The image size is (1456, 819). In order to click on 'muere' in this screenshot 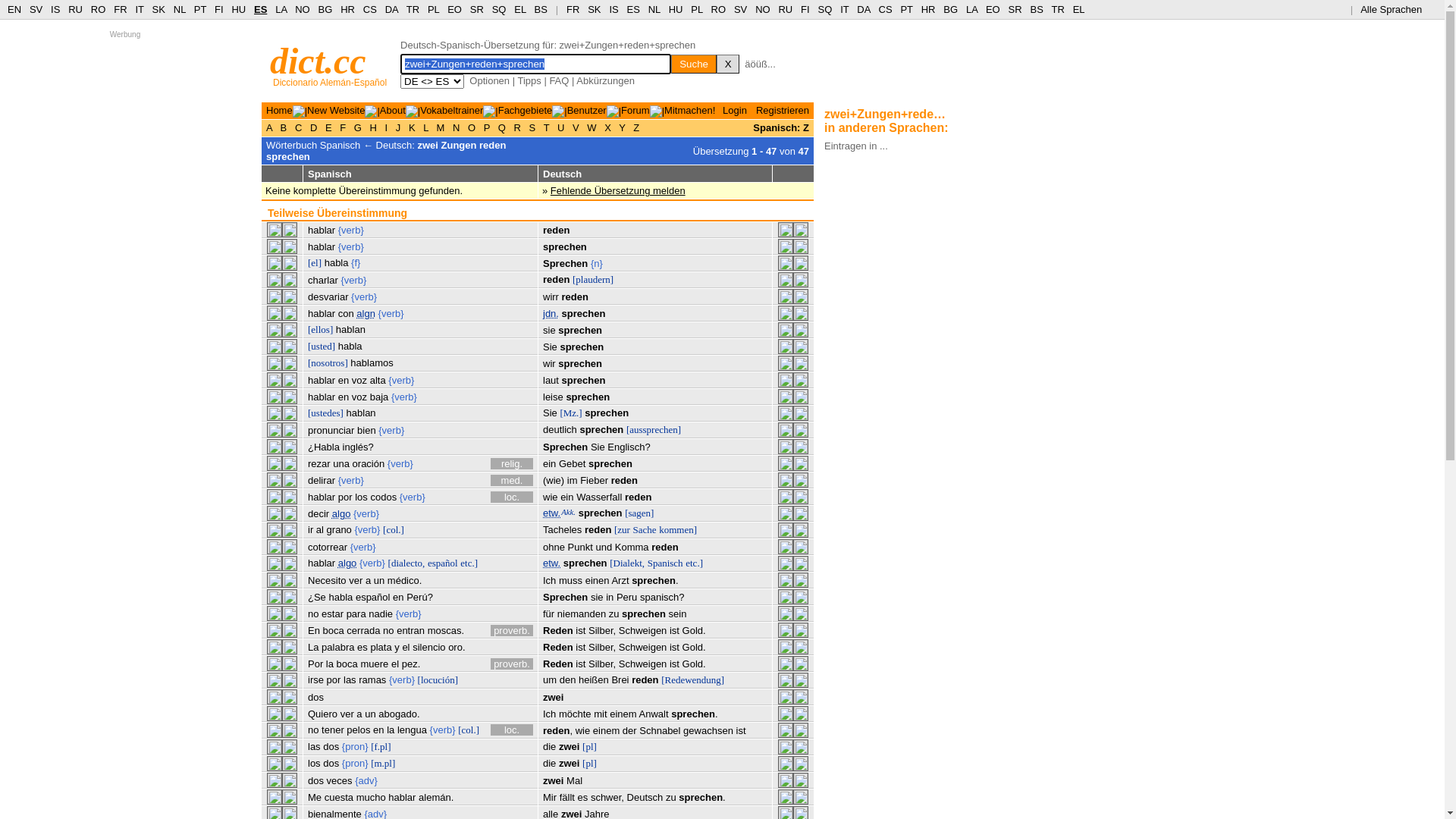, I will do `click(359, 663)`.